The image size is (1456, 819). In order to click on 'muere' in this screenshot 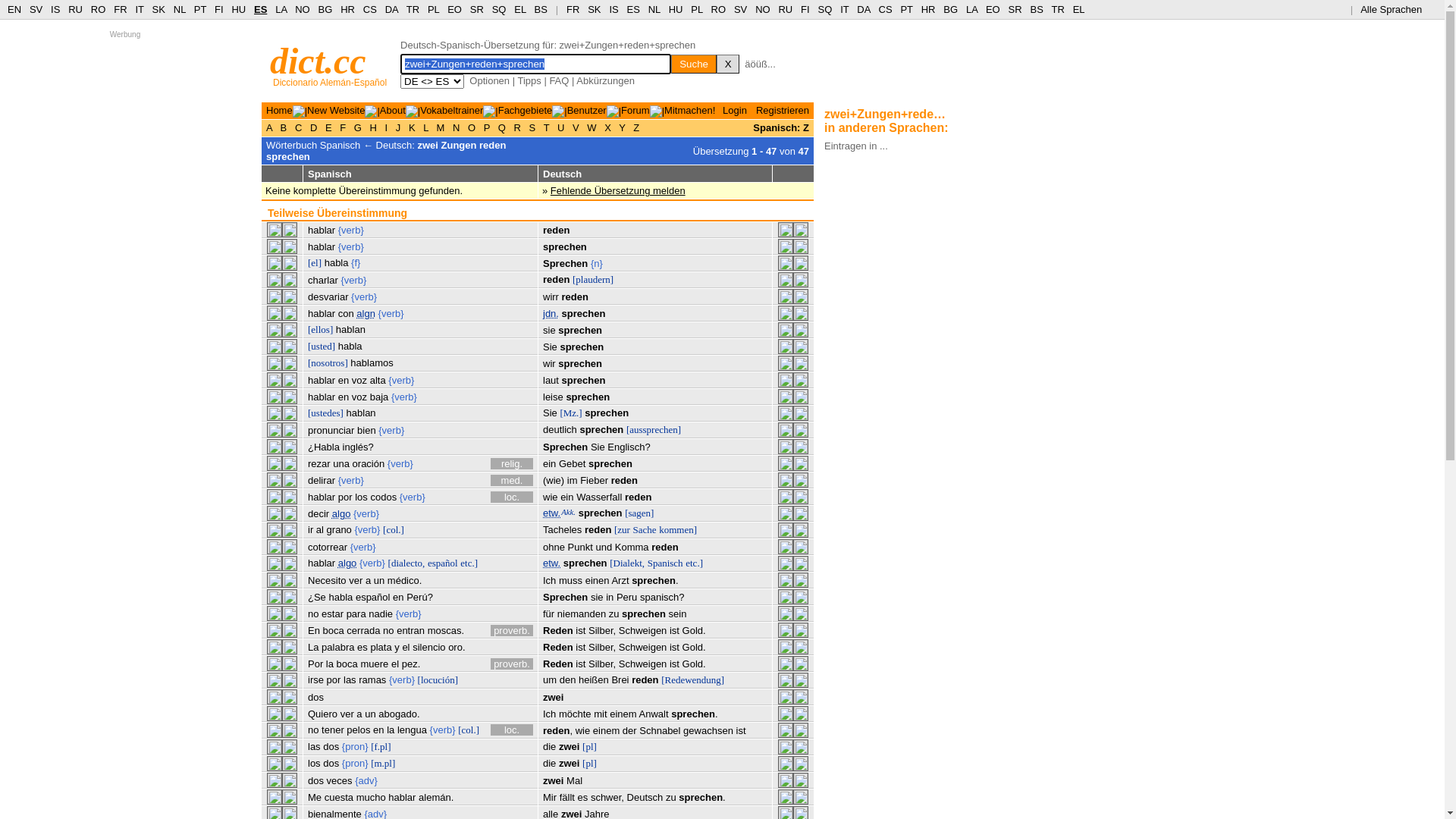, I will do `click(359, 663)`.